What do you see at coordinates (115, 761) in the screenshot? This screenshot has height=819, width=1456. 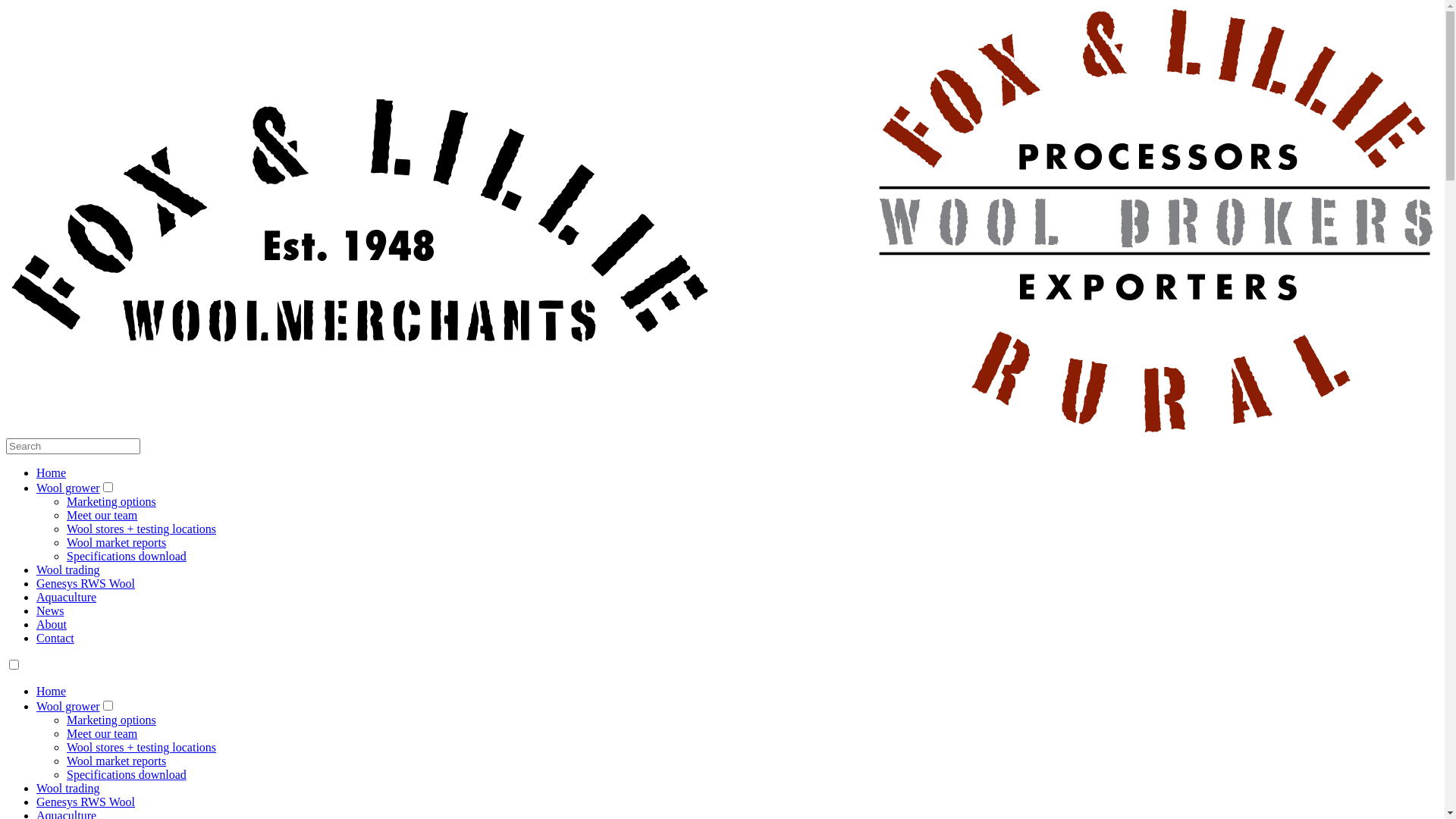 I see `'Wool market reports'` at bounding box center [115, 761].